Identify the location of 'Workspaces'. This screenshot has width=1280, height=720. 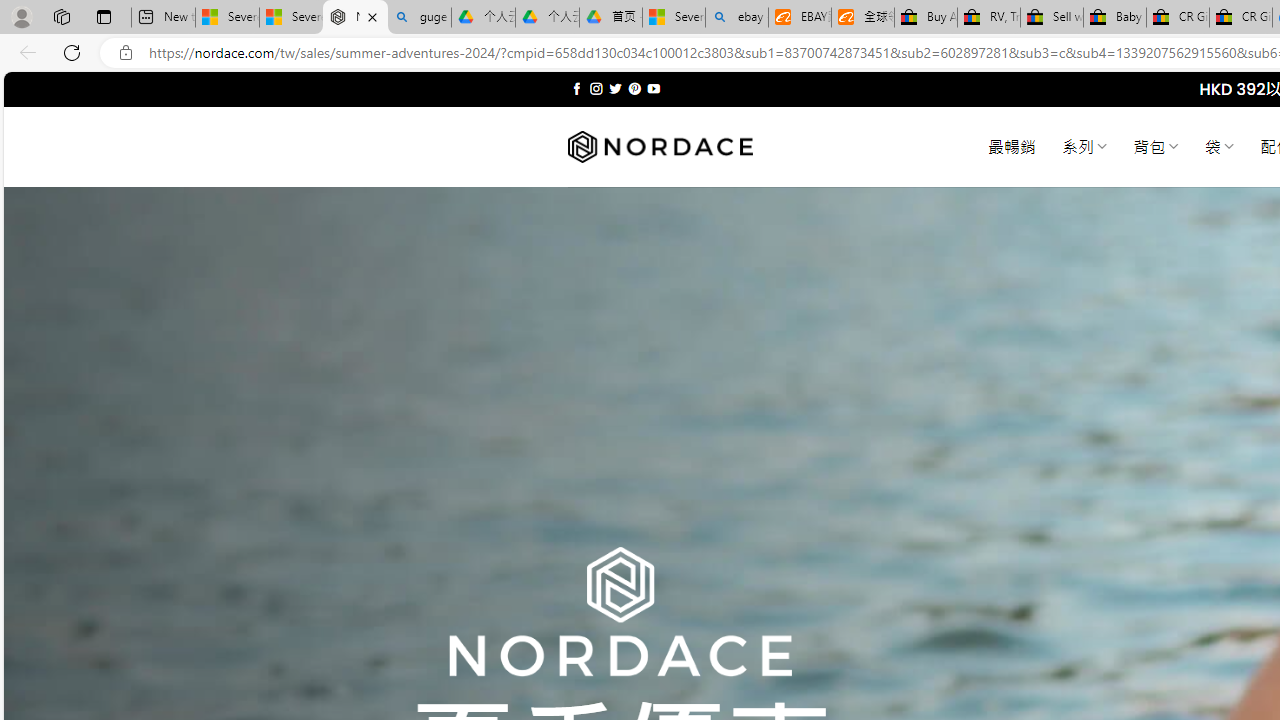
(61, 16).